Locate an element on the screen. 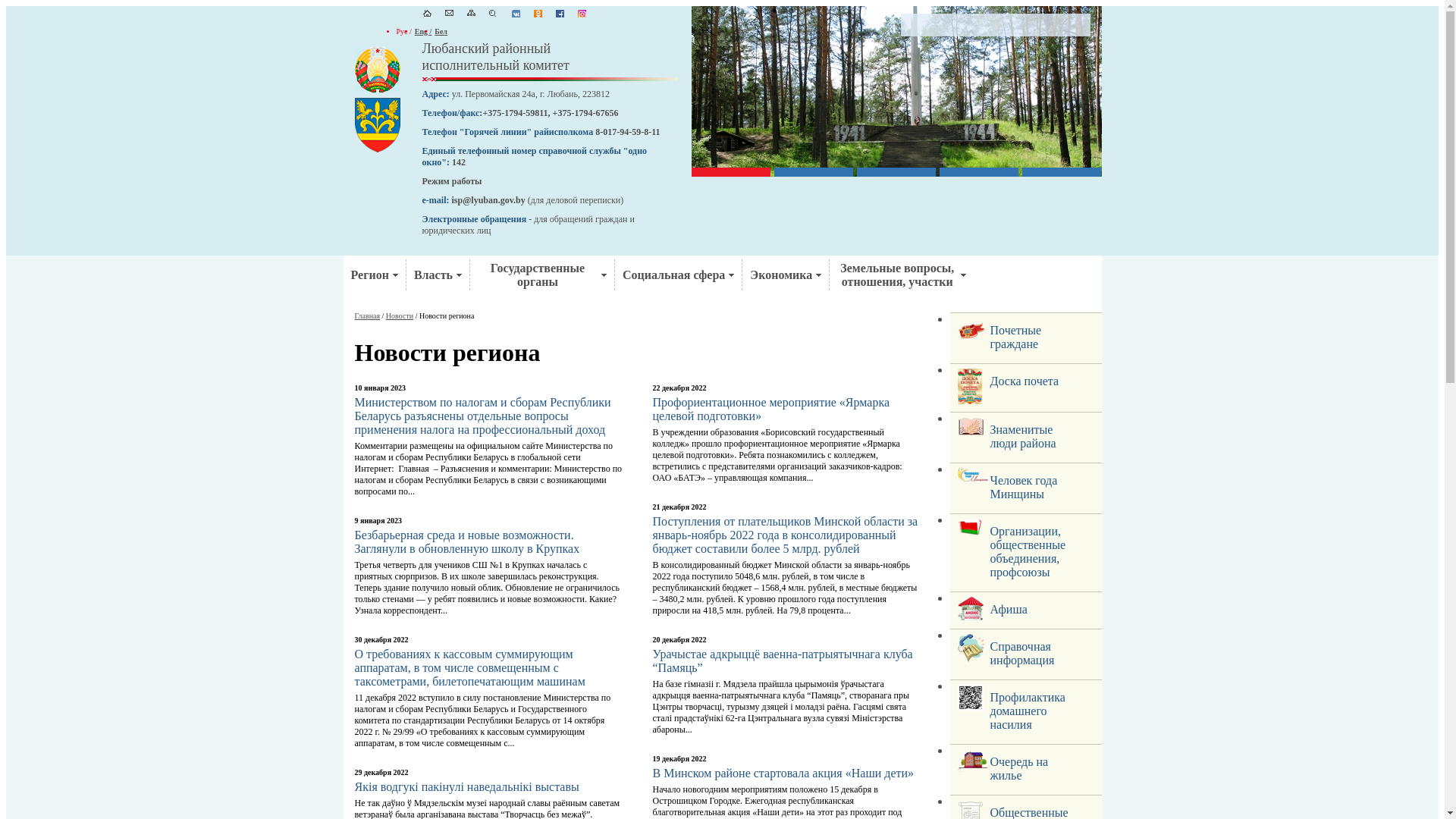 Image resolution: width=1456 pixels, height=819 pixels. 'facebook' is located at coordinates (555, 14).